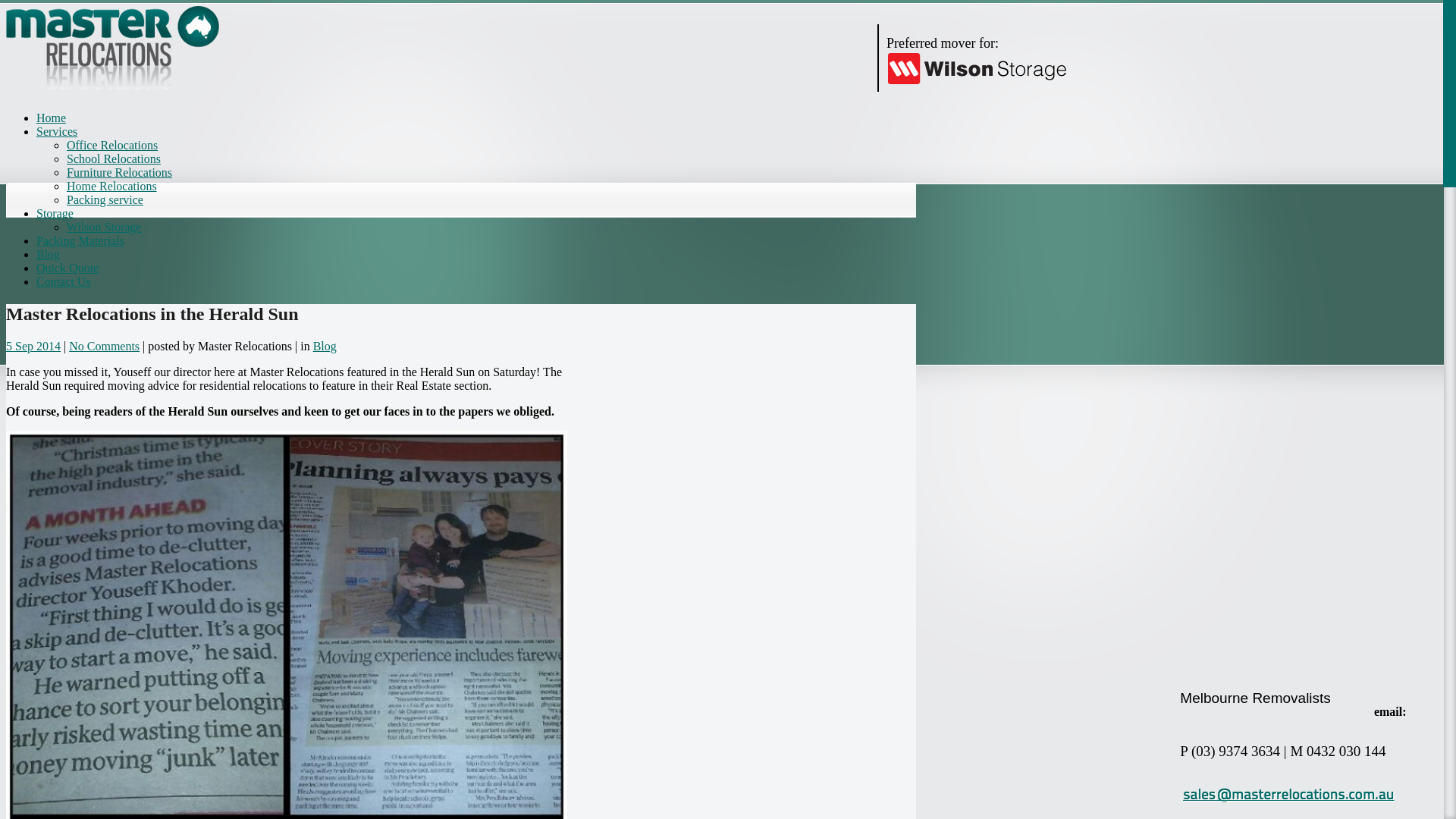  What do you see at coordinates (67, 267) in the screenshot?
I see `'Quick Quote'` at bounding box center [67, 267].